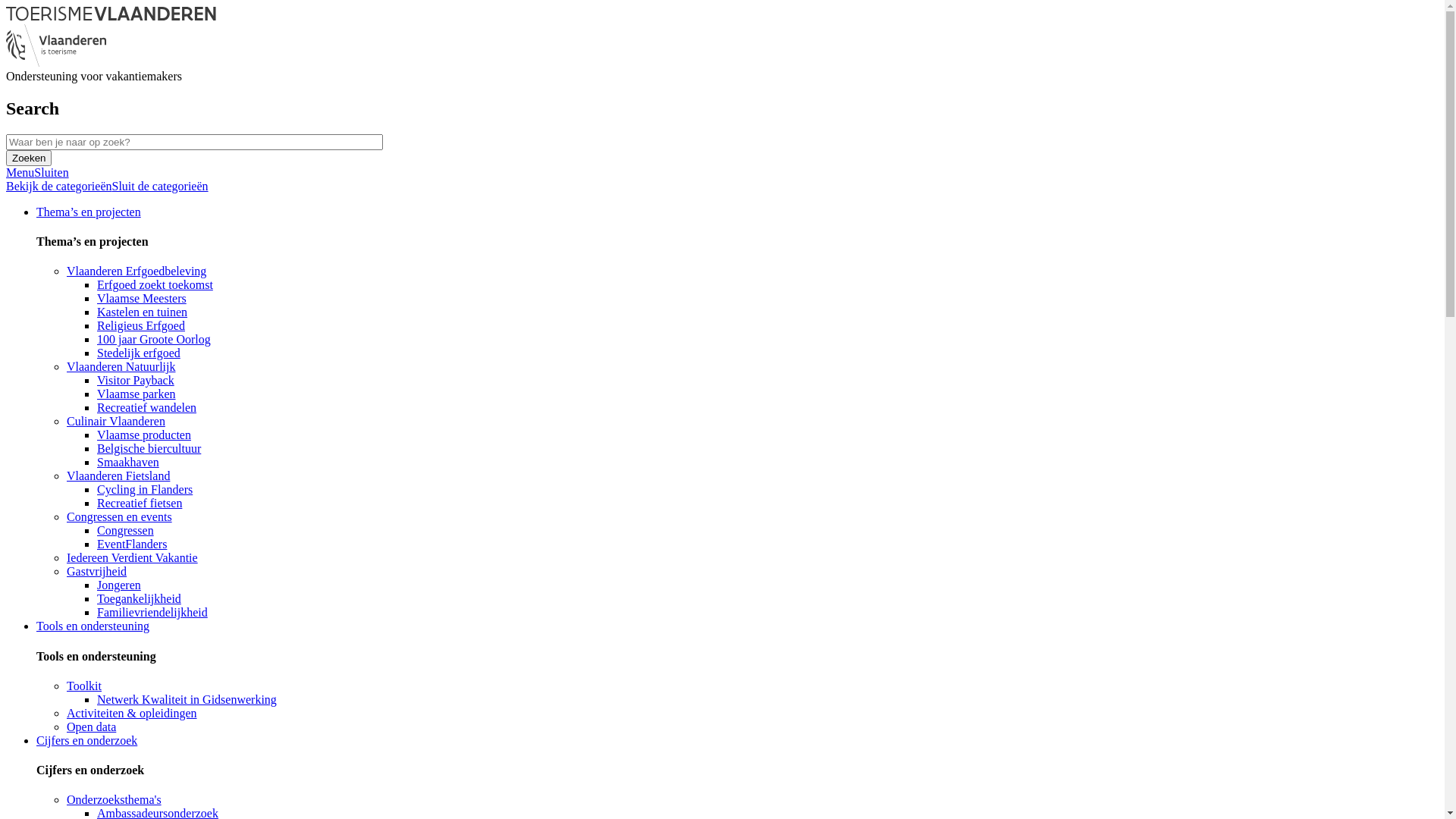  I want to click on 'Vlaamse Meesters', so click(142, 298).